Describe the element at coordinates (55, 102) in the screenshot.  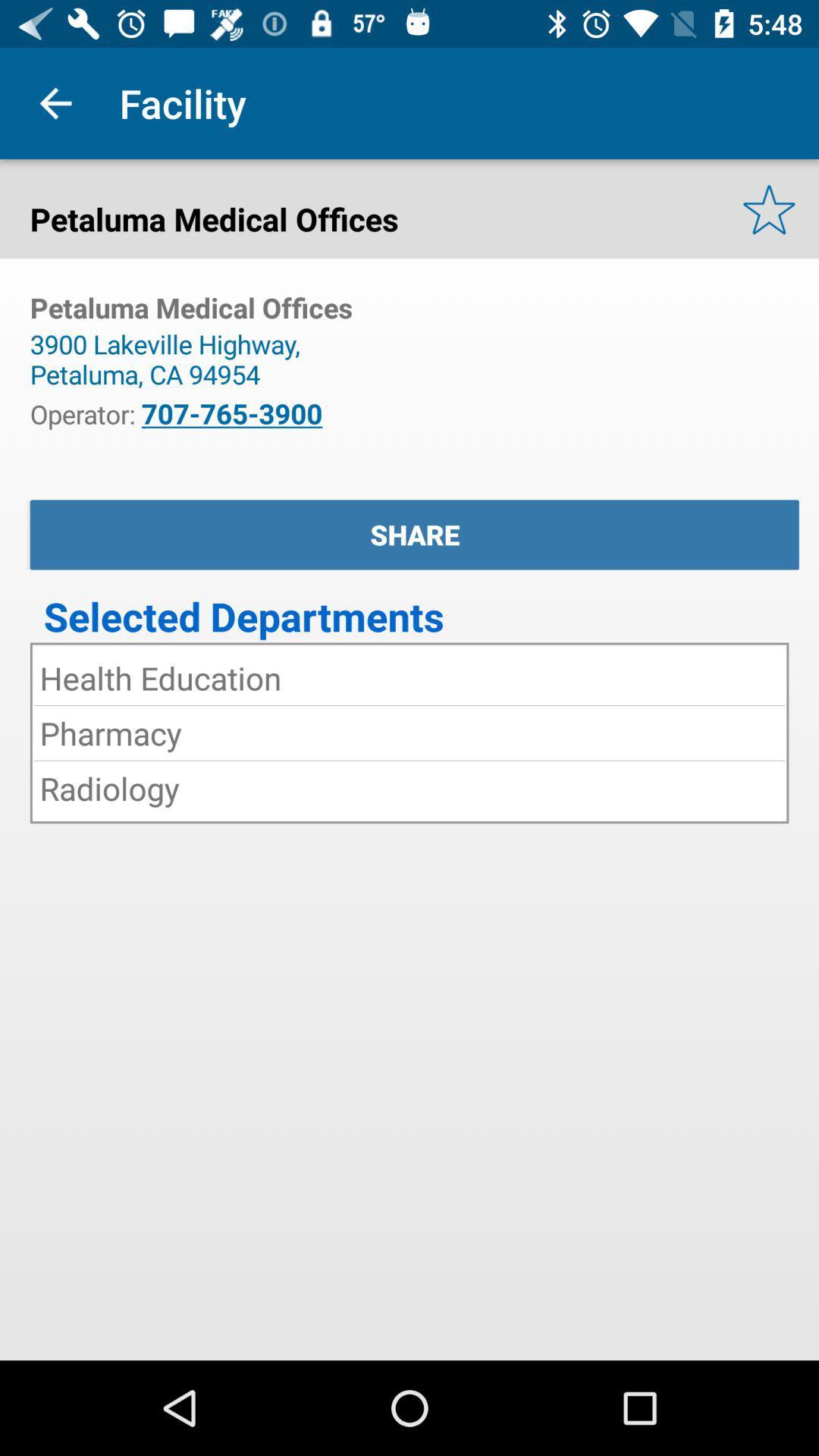
I see `item above petaluma medical offices item` at that location.